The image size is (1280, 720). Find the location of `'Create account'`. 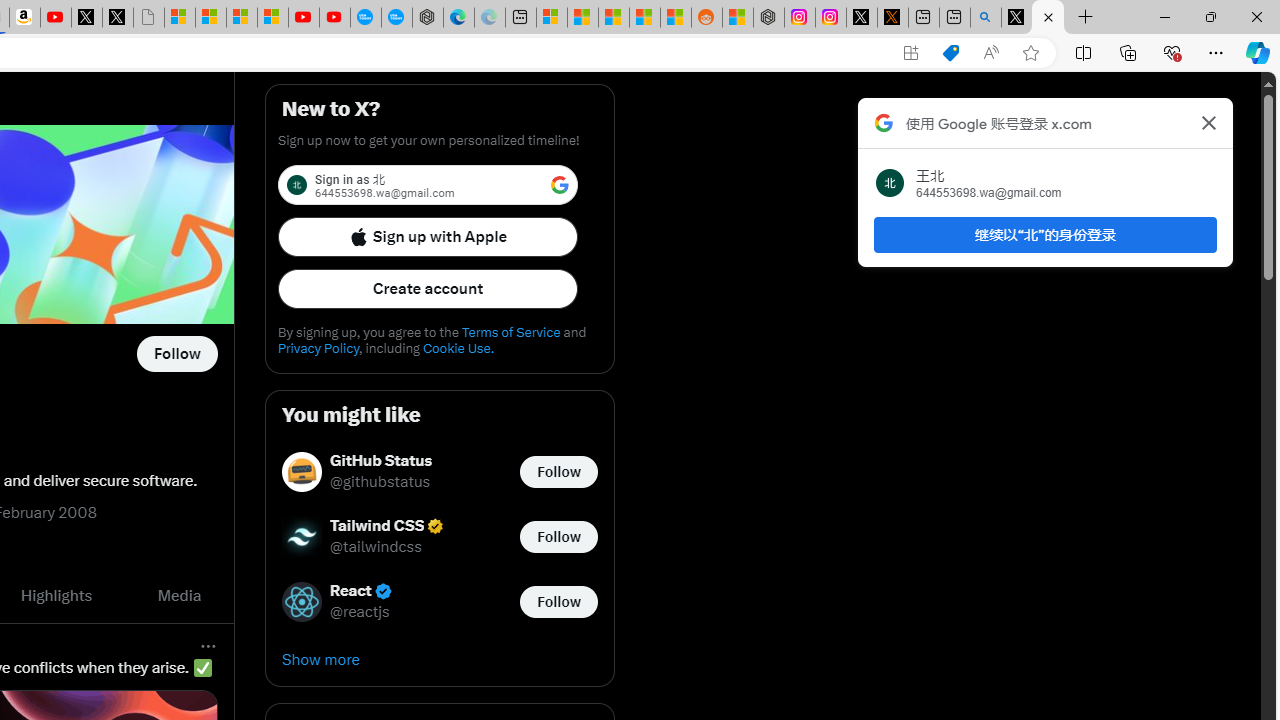

'Create account' is located at coordinates (427, 289).